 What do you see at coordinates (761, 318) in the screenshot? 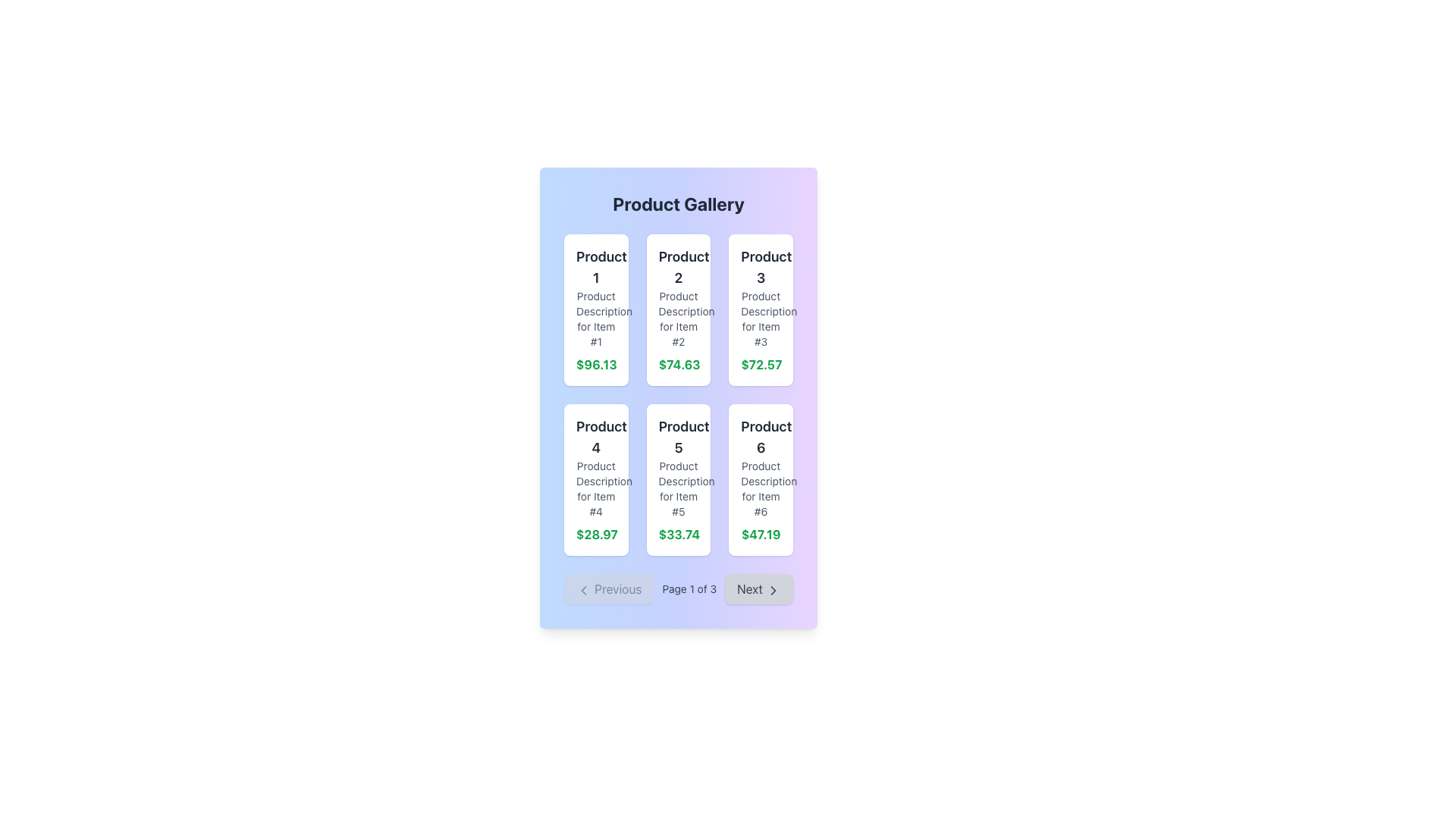
I see `the text label that provides additional information about 'Product 3', which is located between the title 'Product 3' and the price '$72.57'` at bounding box center [761, 318].